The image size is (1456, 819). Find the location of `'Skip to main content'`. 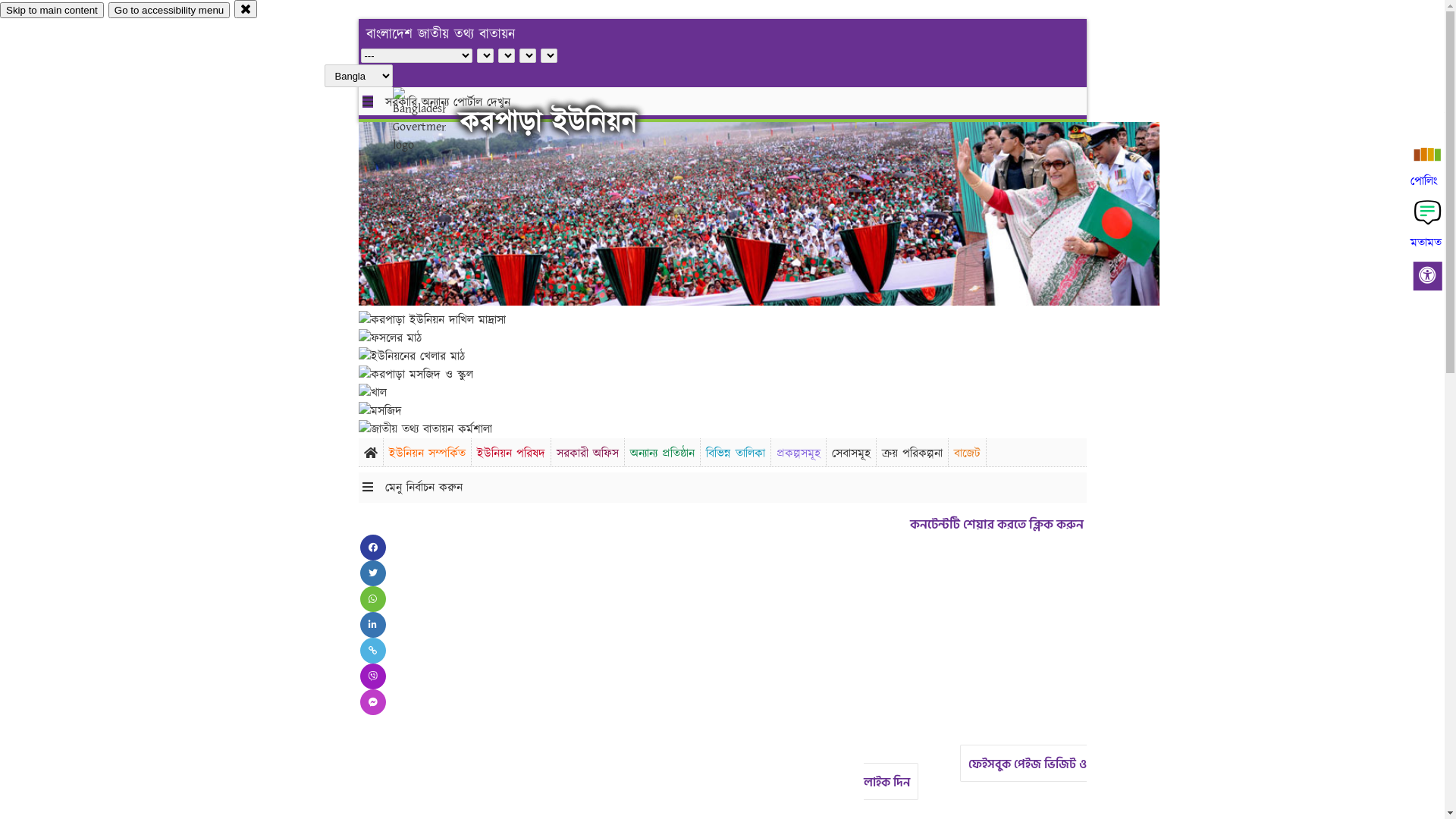

'Skip to main content' is located at coordinates (52, 10).